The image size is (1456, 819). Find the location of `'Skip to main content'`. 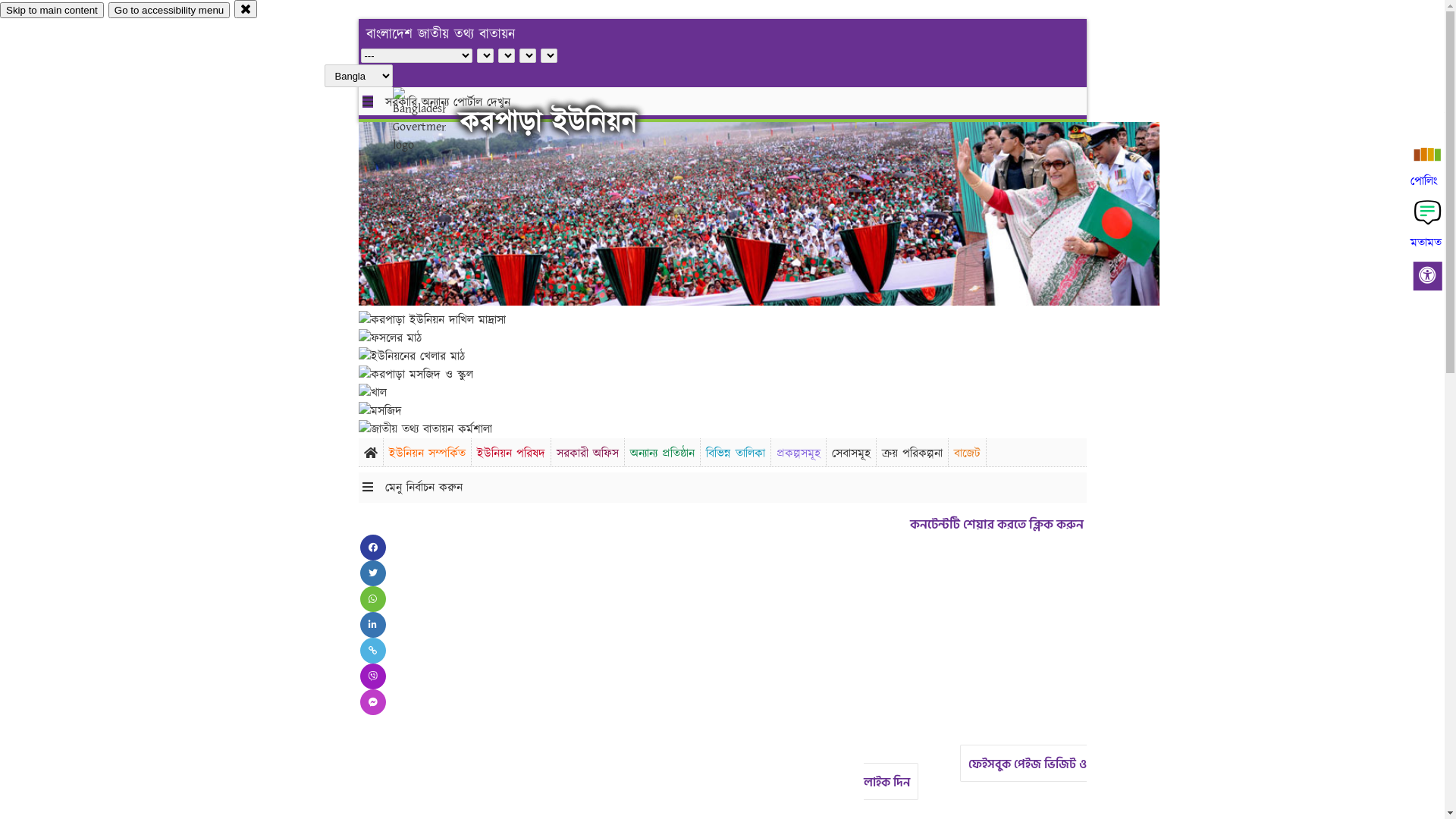

'Skip to main content' is located at coordinates (52, 10).